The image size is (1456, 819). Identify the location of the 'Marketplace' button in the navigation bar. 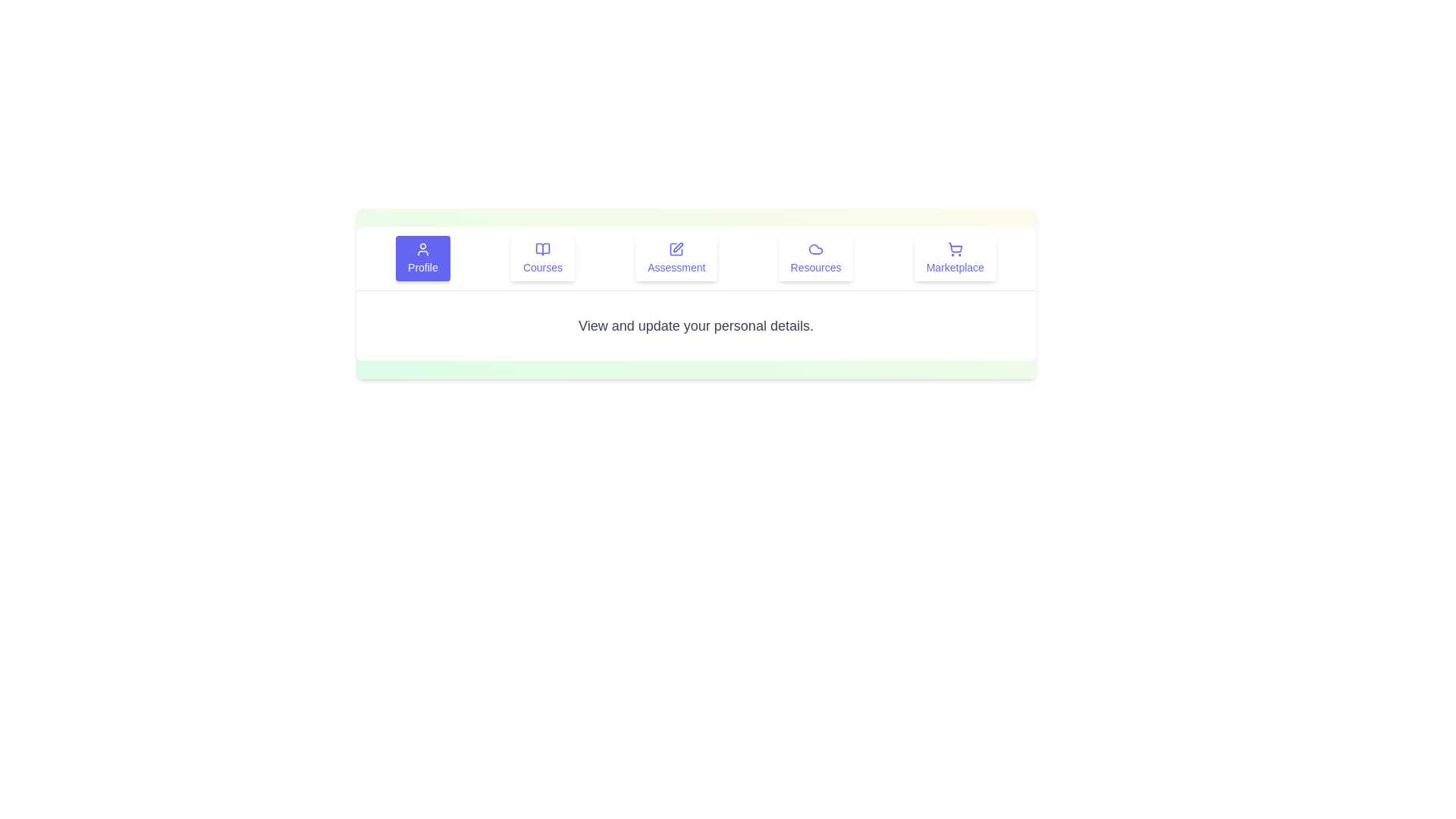
(954, 257).